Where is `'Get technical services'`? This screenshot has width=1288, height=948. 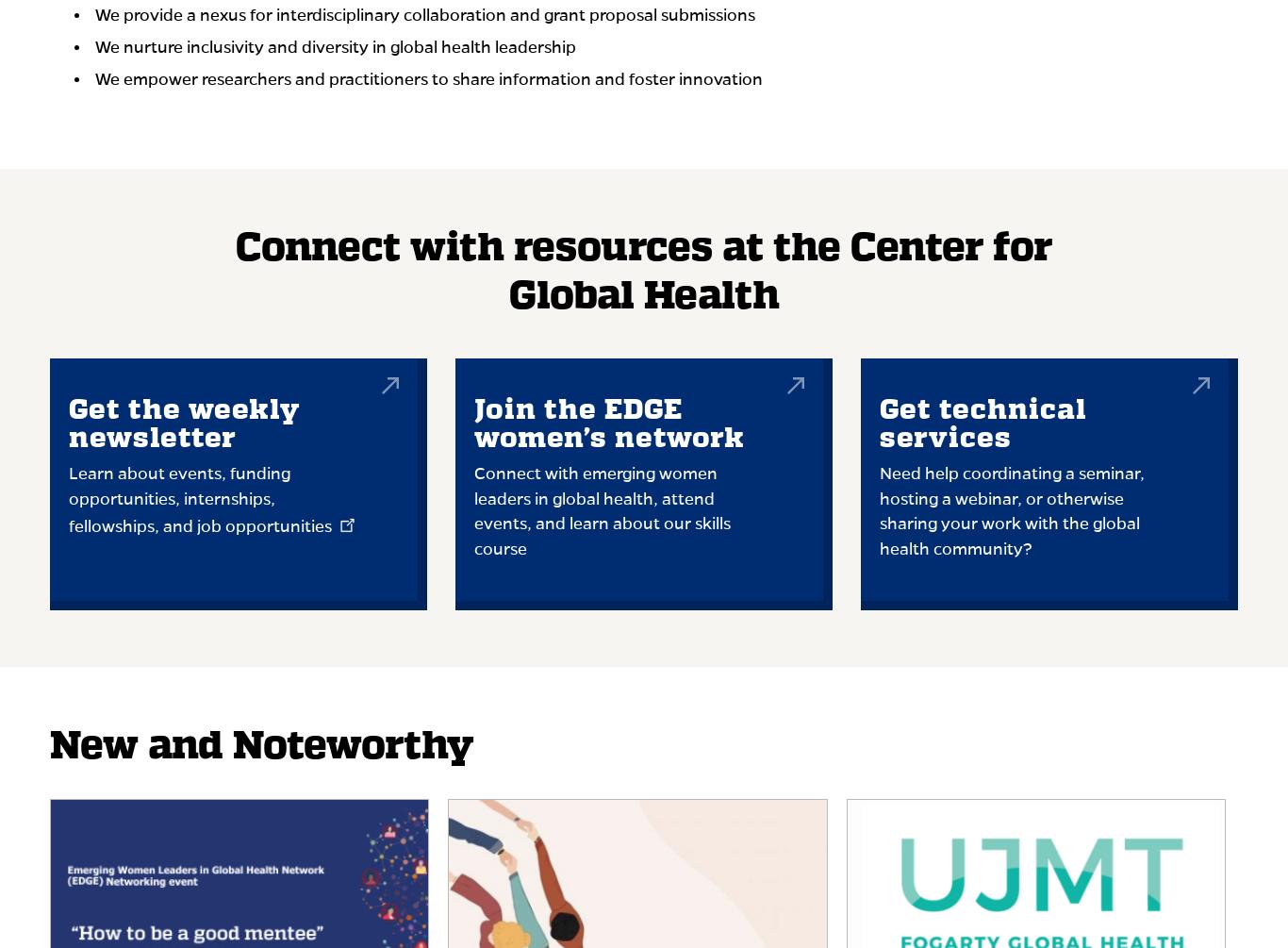 'Get technical services' is located at coordinates (879, 424).